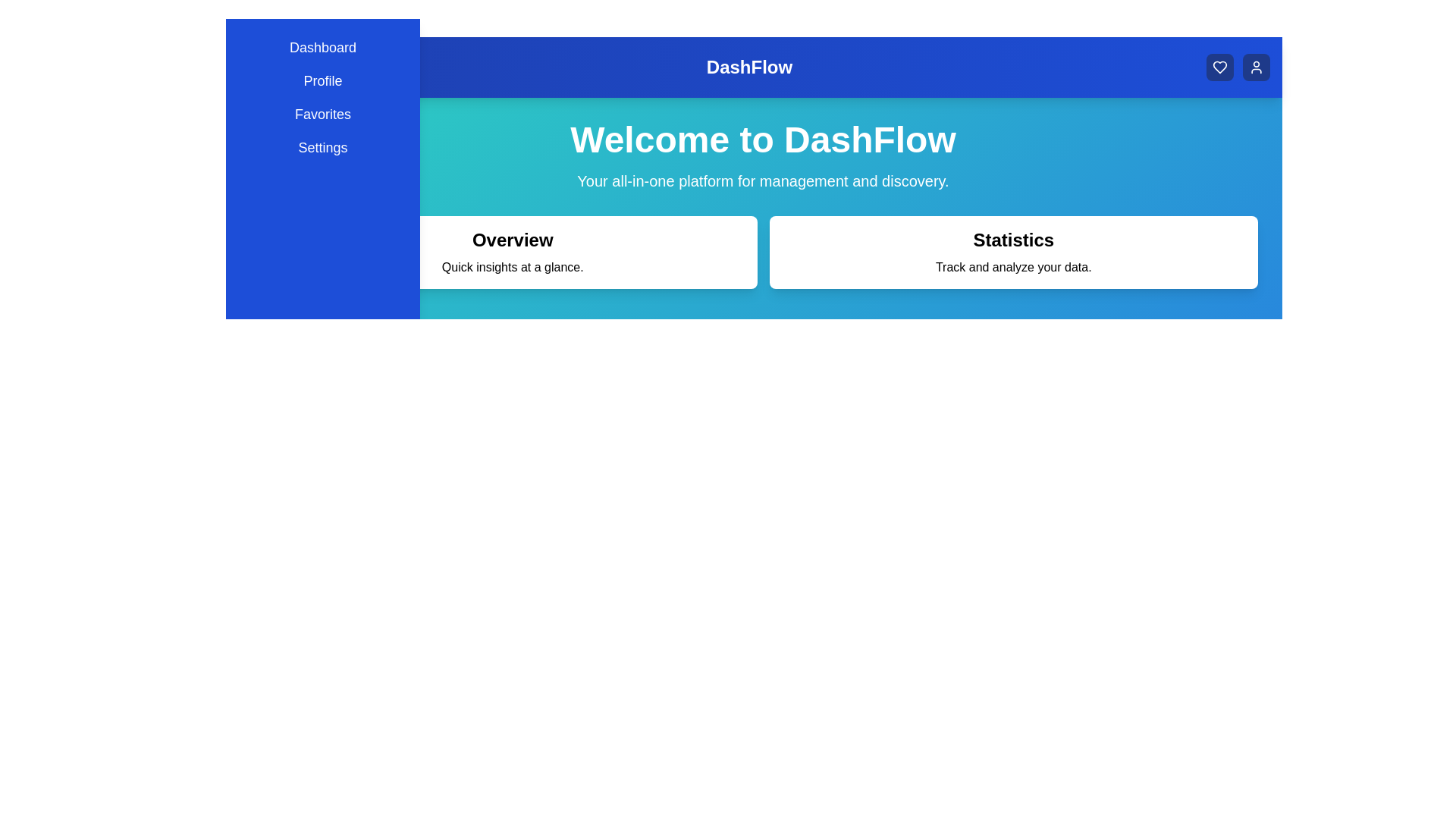 Image resolution: width=1456 pixels, height=819 pixels. Describe the element at coordinates (1256, 66) in the screenshot. I see `the 'User' icon button located in the top-right corner of the app bar` at that location.